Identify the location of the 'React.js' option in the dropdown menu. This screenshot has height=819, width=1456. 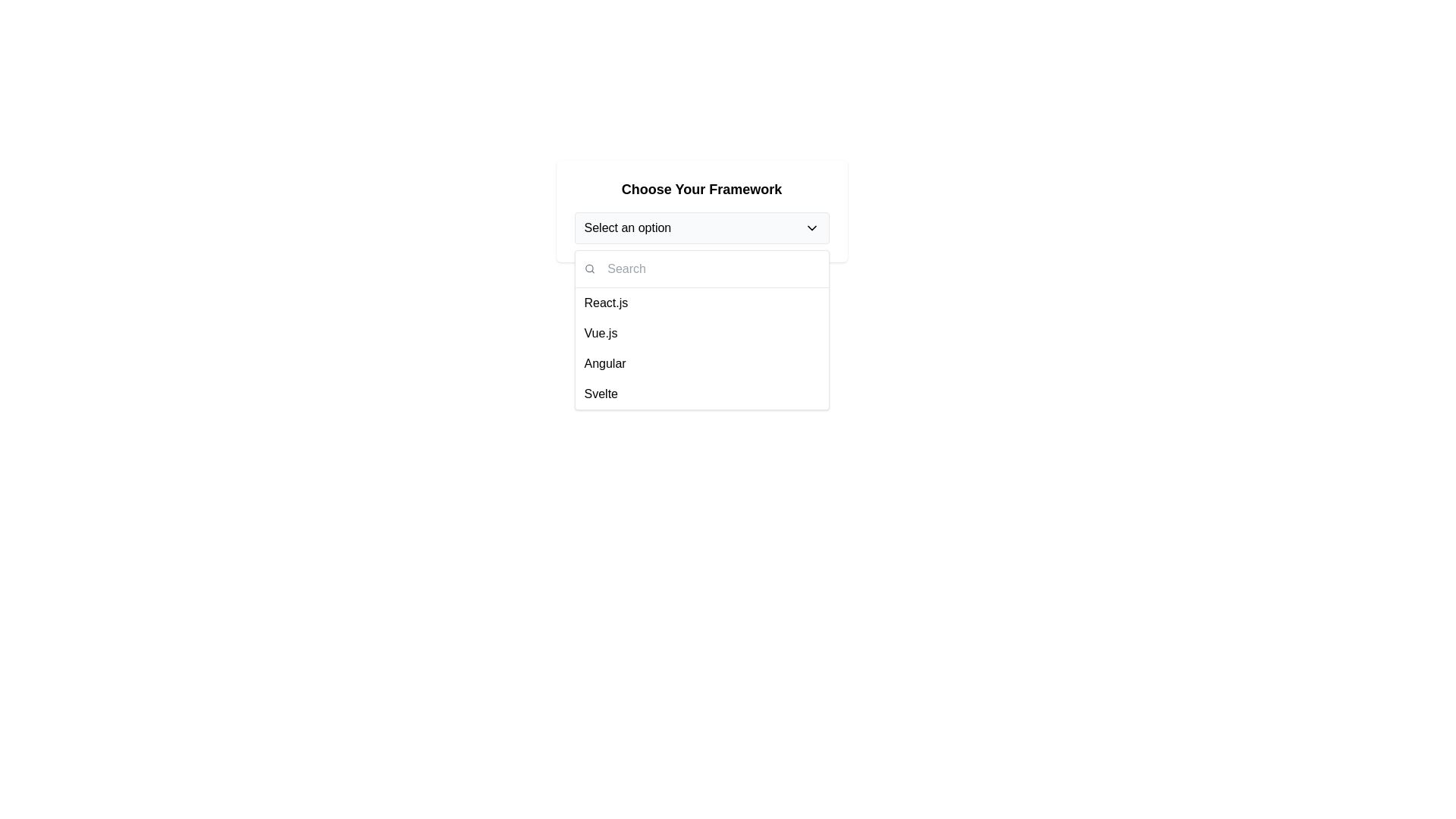
(605, 303).